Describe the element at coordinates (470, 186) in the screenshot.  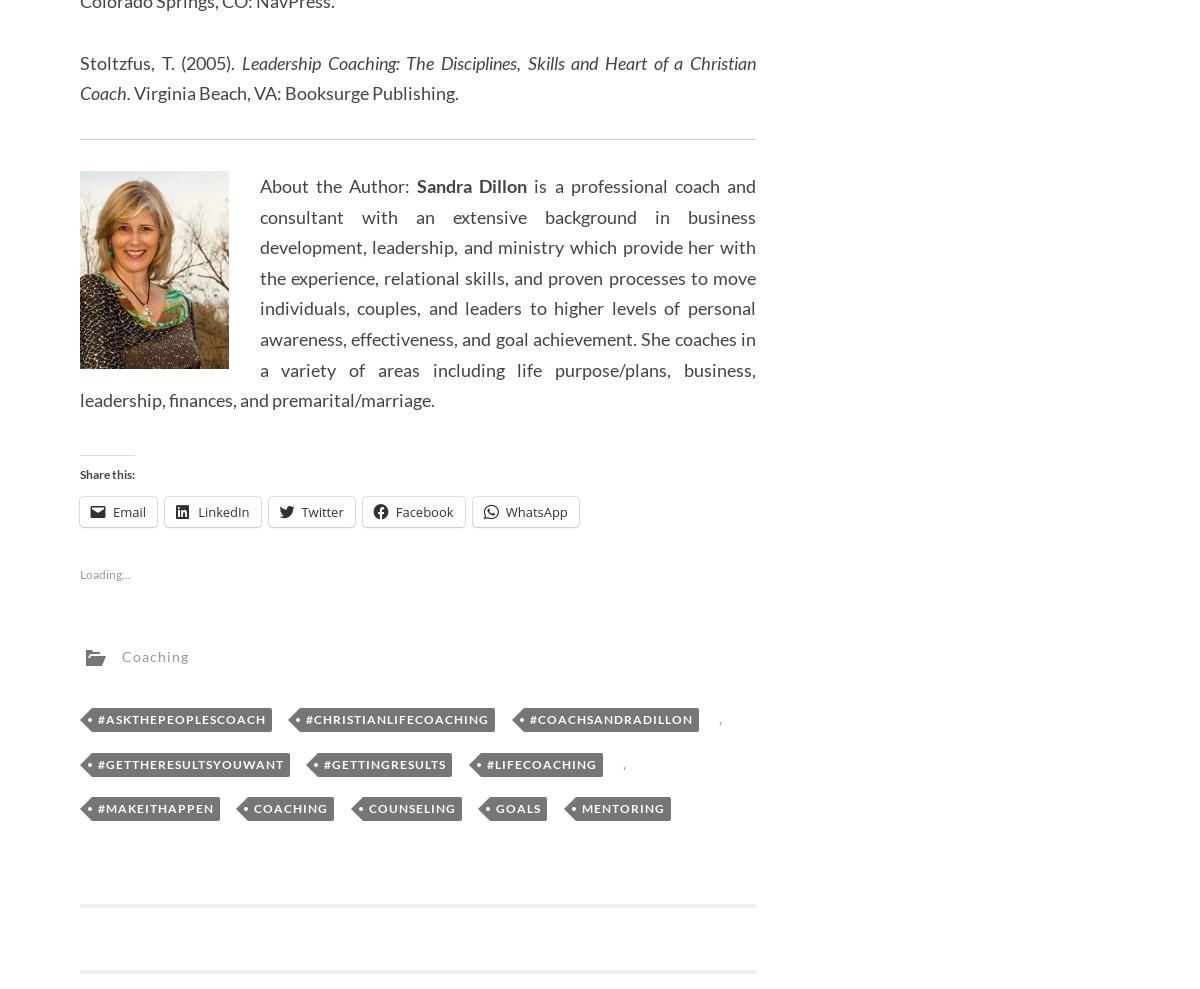
I see `'Sandra Dillon'` at that location.